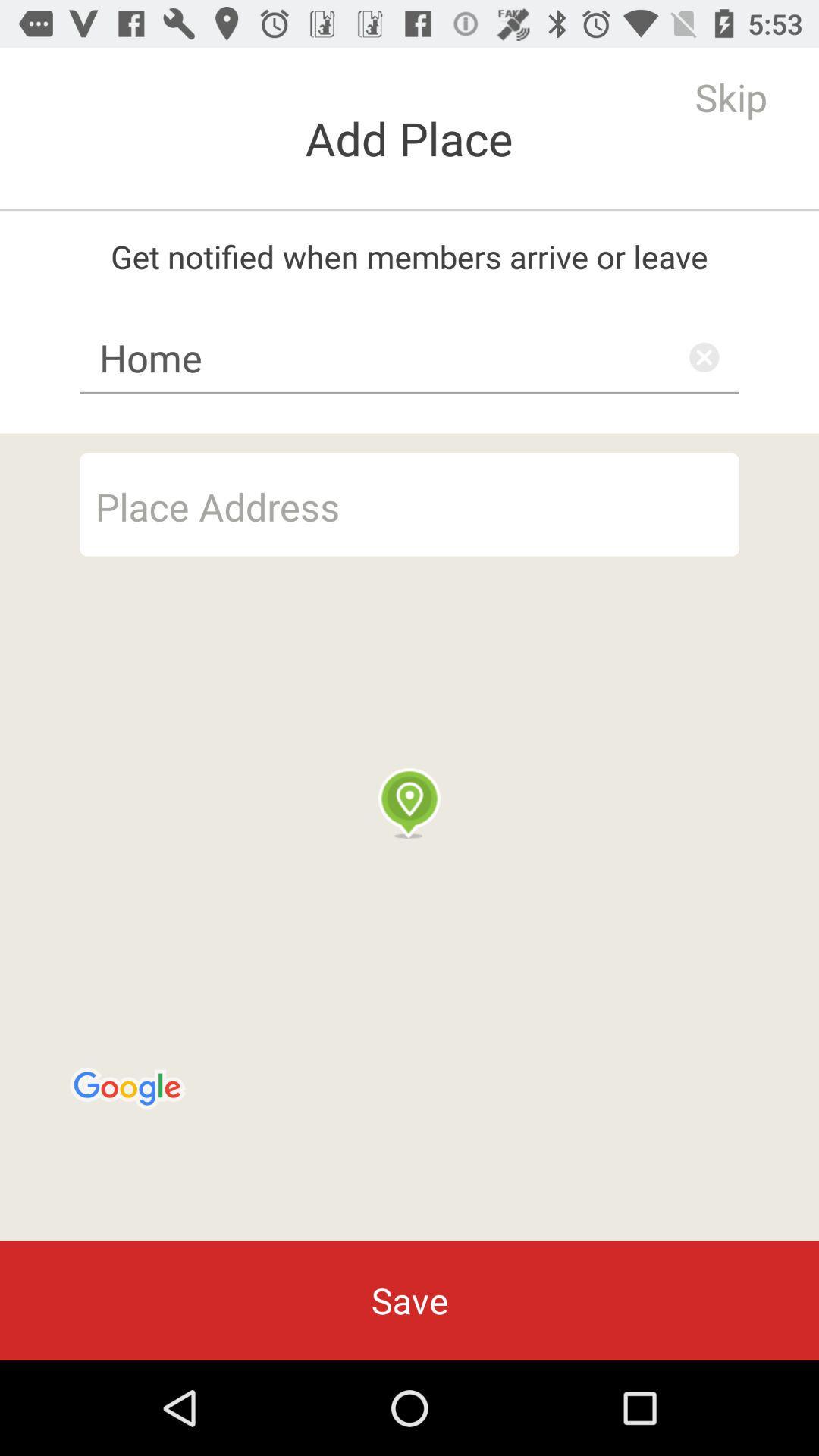  What do you see at coordinates (409, 356) in the screenshot?
I see `home item` at bounding box center [409, 356].